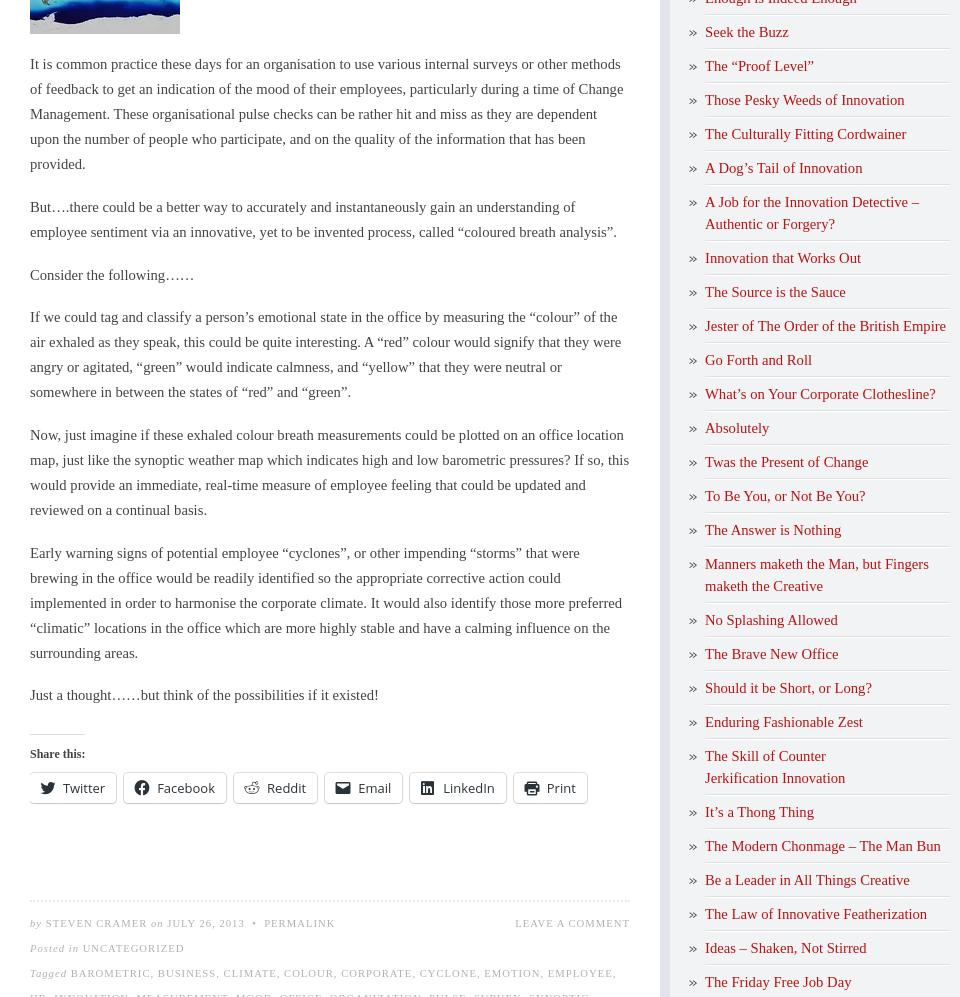 Image resolution: width=960 pixels, height=997 pixels. Describe the element at coordinates (36, 922) in the screenshot. I see `'by'` at that location.